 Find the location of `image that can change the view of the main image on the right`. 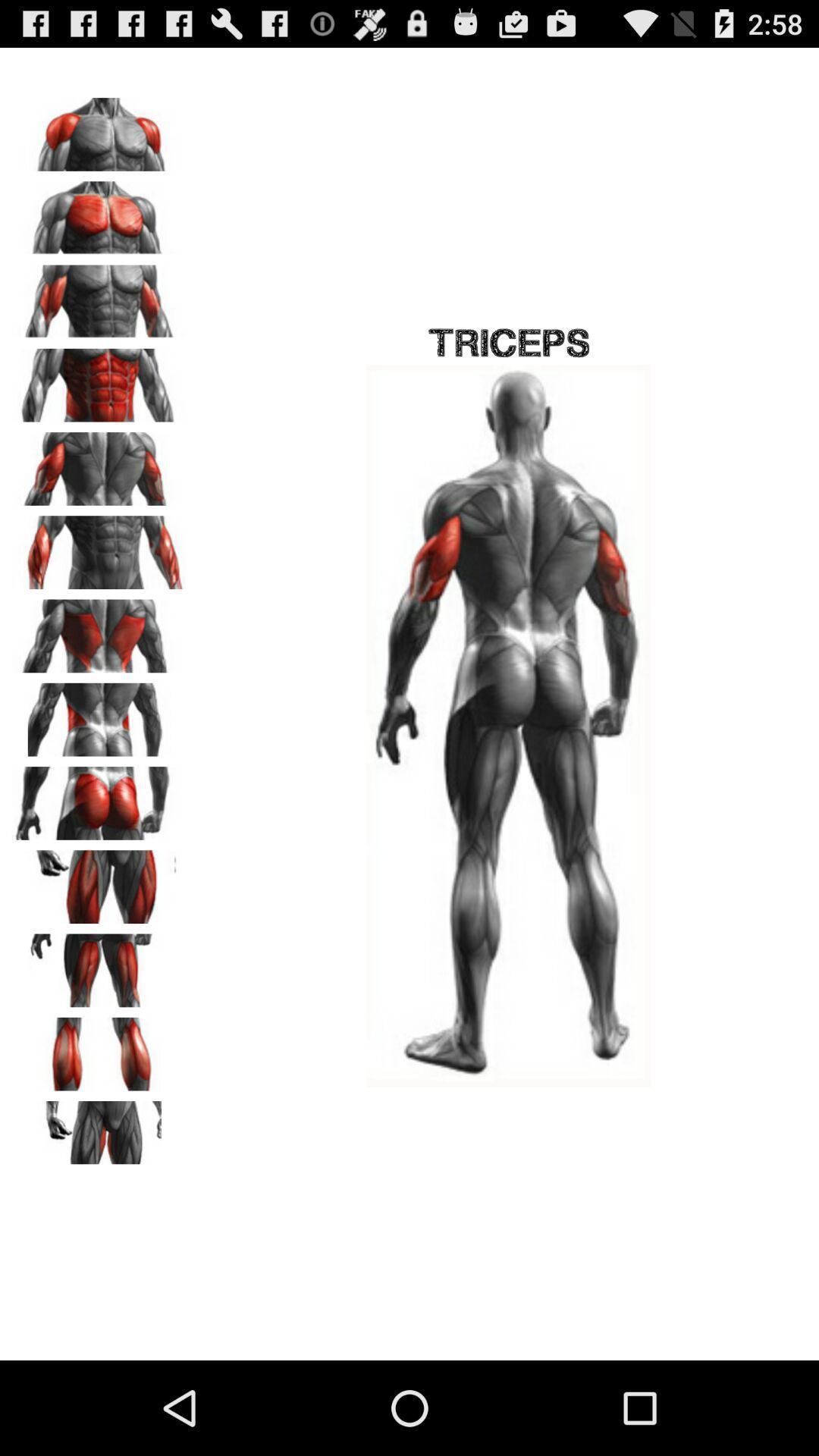

image that can change the view of the main image on the right is located at coordinates (99, 380).